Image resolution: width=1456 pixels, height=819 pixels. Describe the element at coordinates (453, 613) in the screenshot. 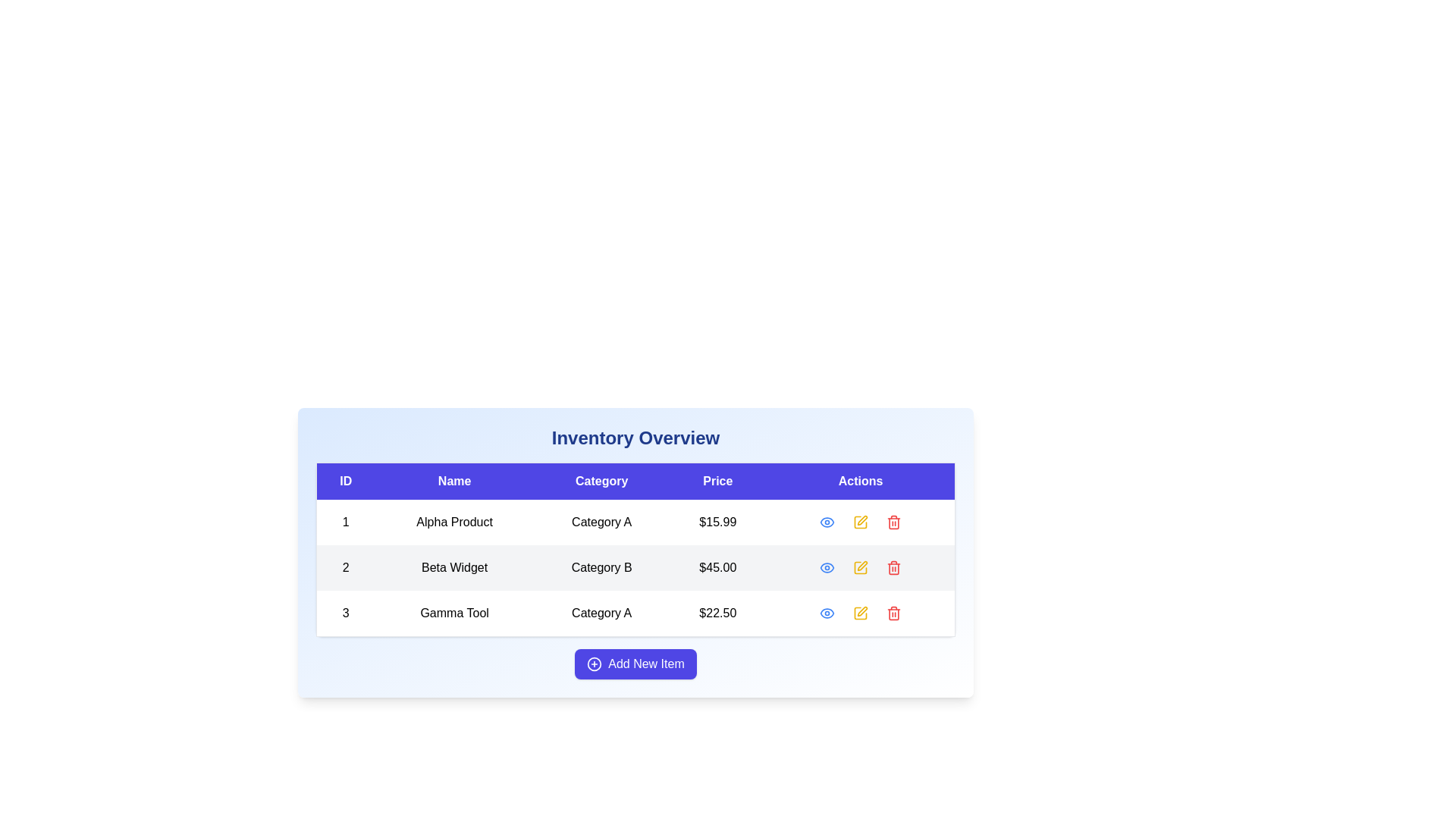

I see `text label that reads 'Gamma Tool', which is located in the second column of the third row in the inventory table under the header 'Inventory Overview'` at that location.